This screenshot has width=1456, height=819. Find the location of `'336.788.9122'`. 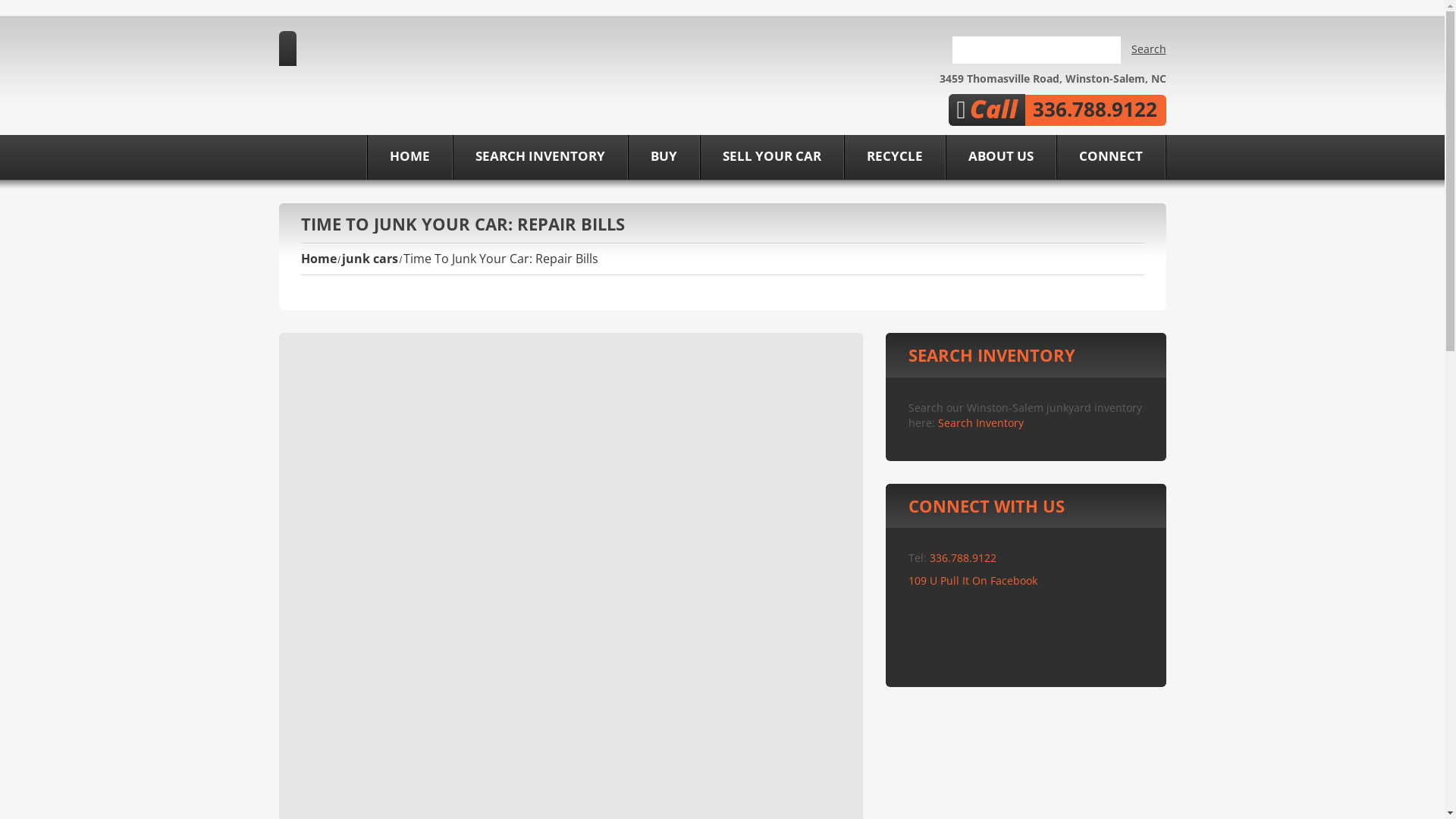

'336.788.9122' is located at coordinates (960, 557).